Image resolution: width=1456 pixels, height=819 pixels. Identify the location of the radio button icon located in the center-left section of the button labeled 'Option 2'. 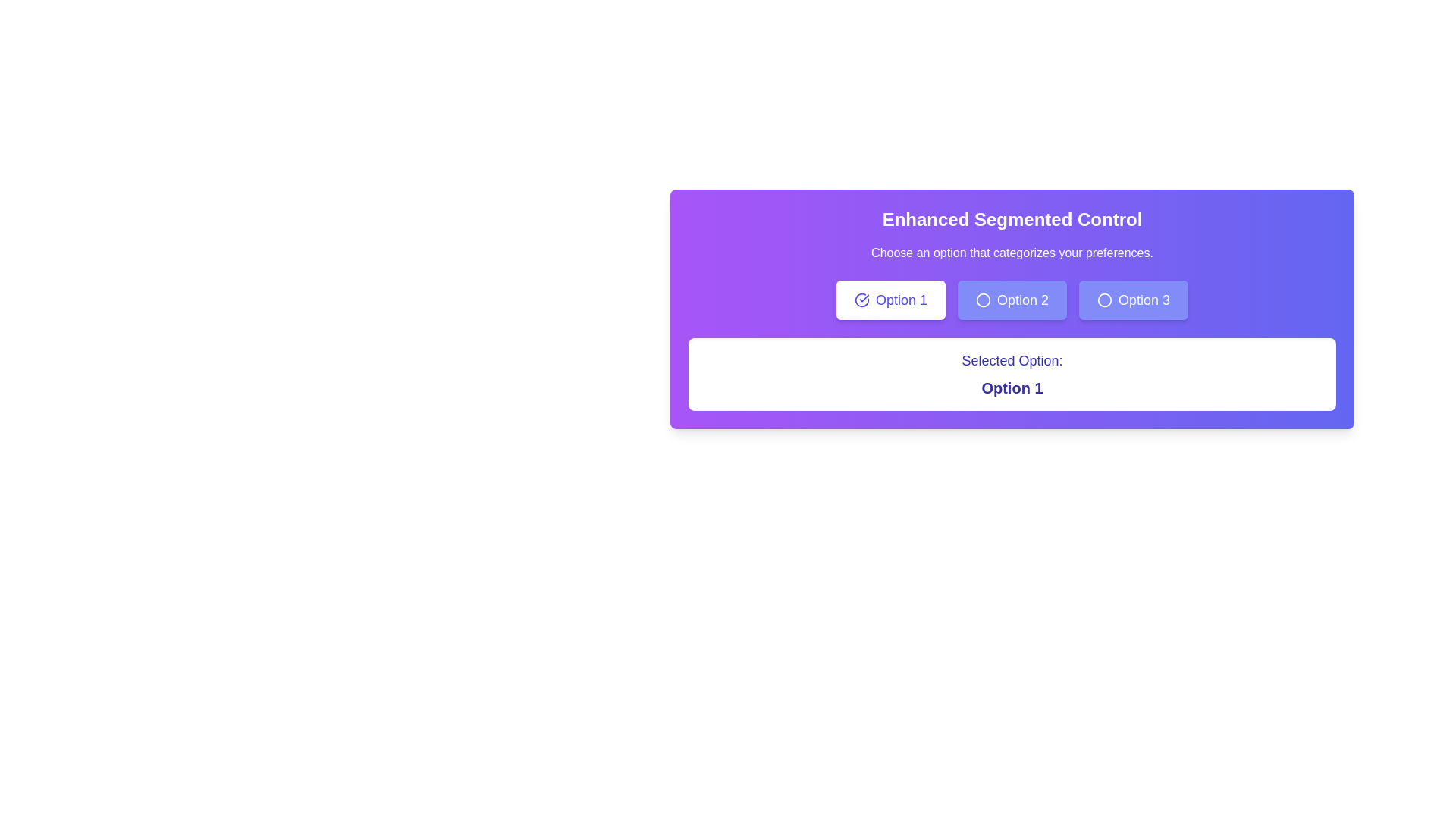
(983, 300).